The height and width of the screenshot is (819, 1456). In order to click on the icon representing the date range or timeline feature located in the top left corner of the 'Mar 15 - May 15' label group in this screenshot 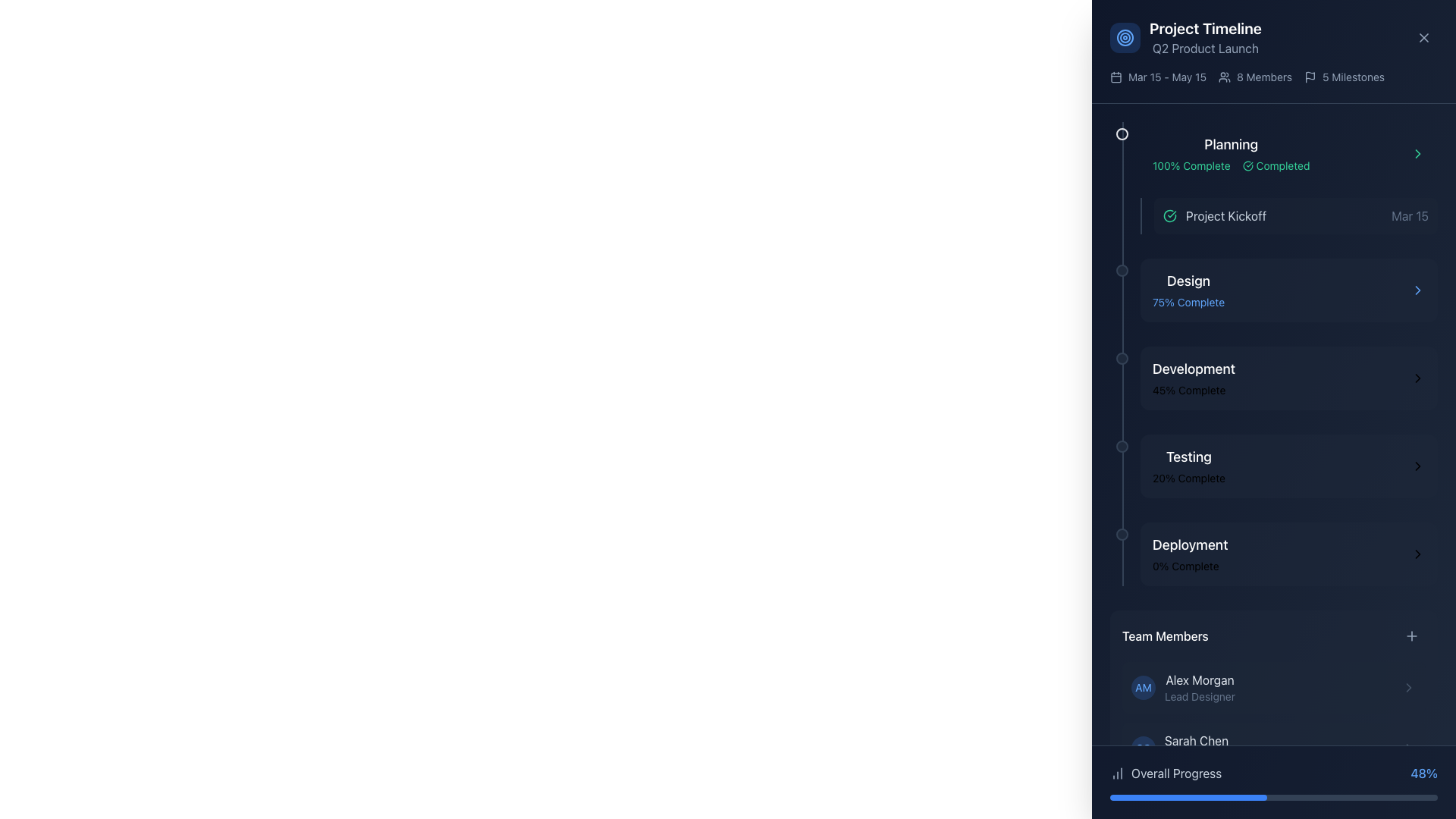, I will do `click(1116, 77)`.